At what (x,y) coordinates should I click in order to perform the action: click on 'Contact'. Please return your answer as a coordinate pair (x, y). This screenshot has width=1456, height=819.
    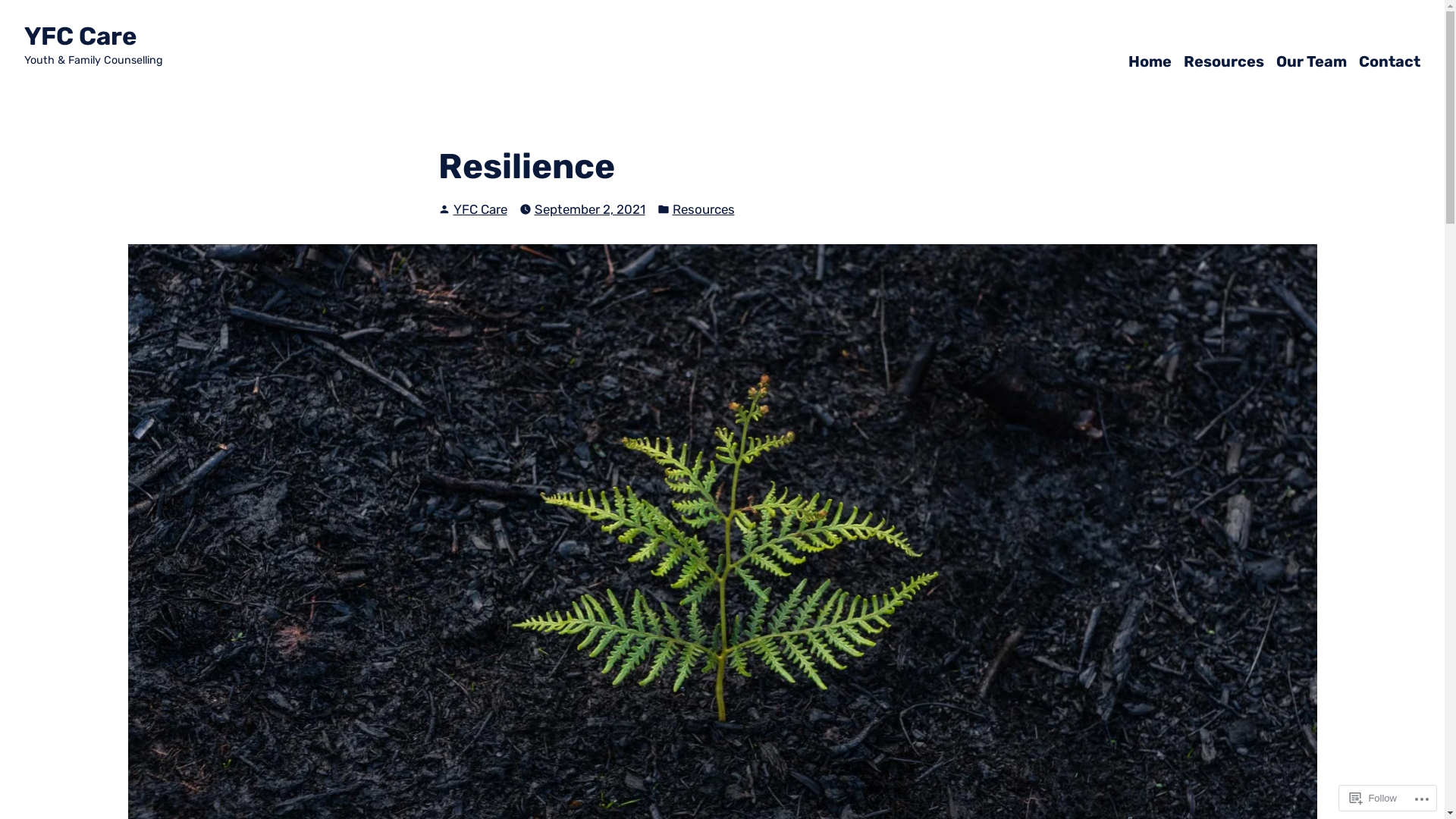
    Looking at the image, I should click on (1389, 60).